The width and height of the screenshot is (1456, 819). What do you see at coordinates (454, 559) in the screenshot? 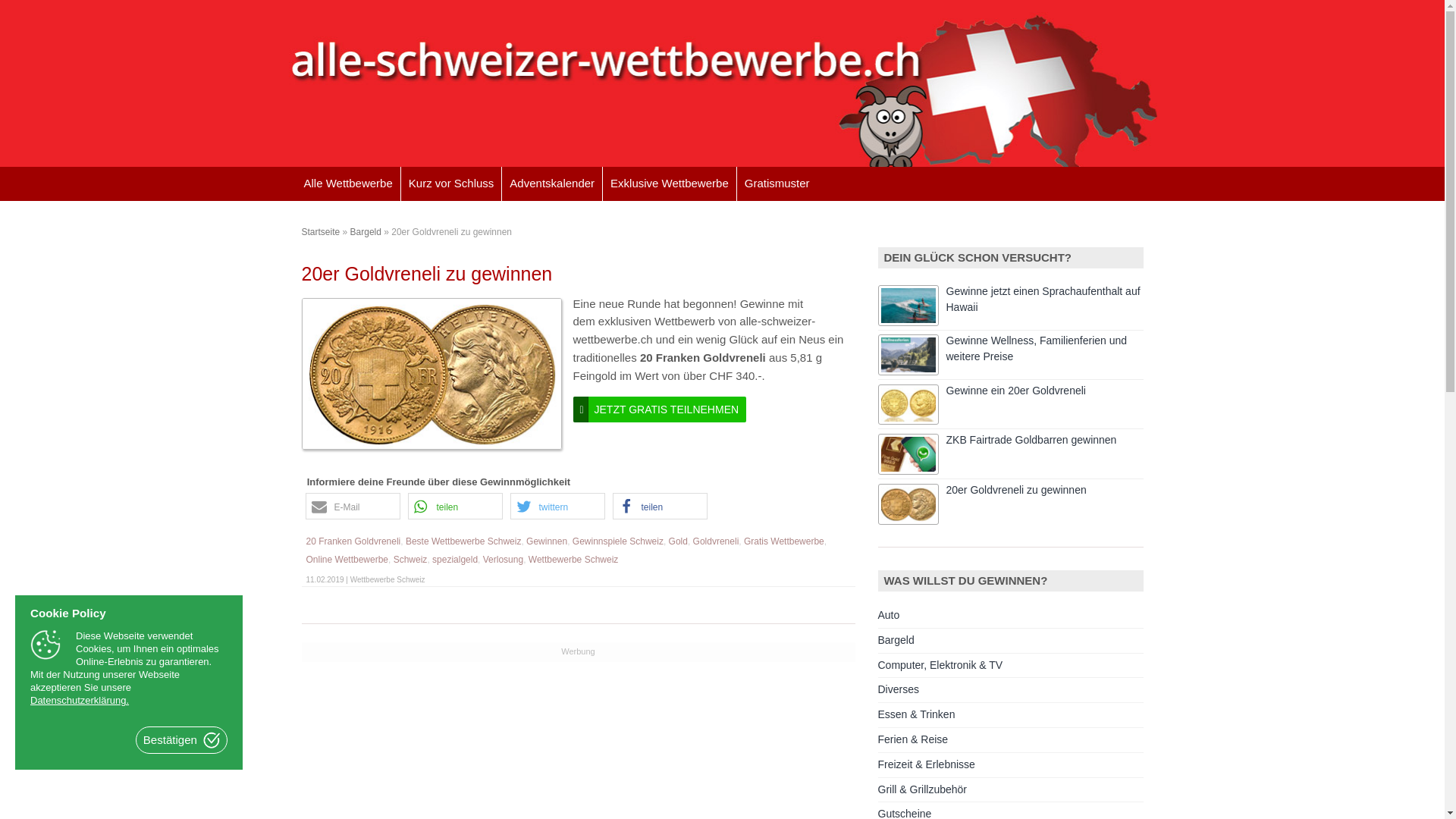
I see `'spezialgeld'` at bounding box center [454, 559].